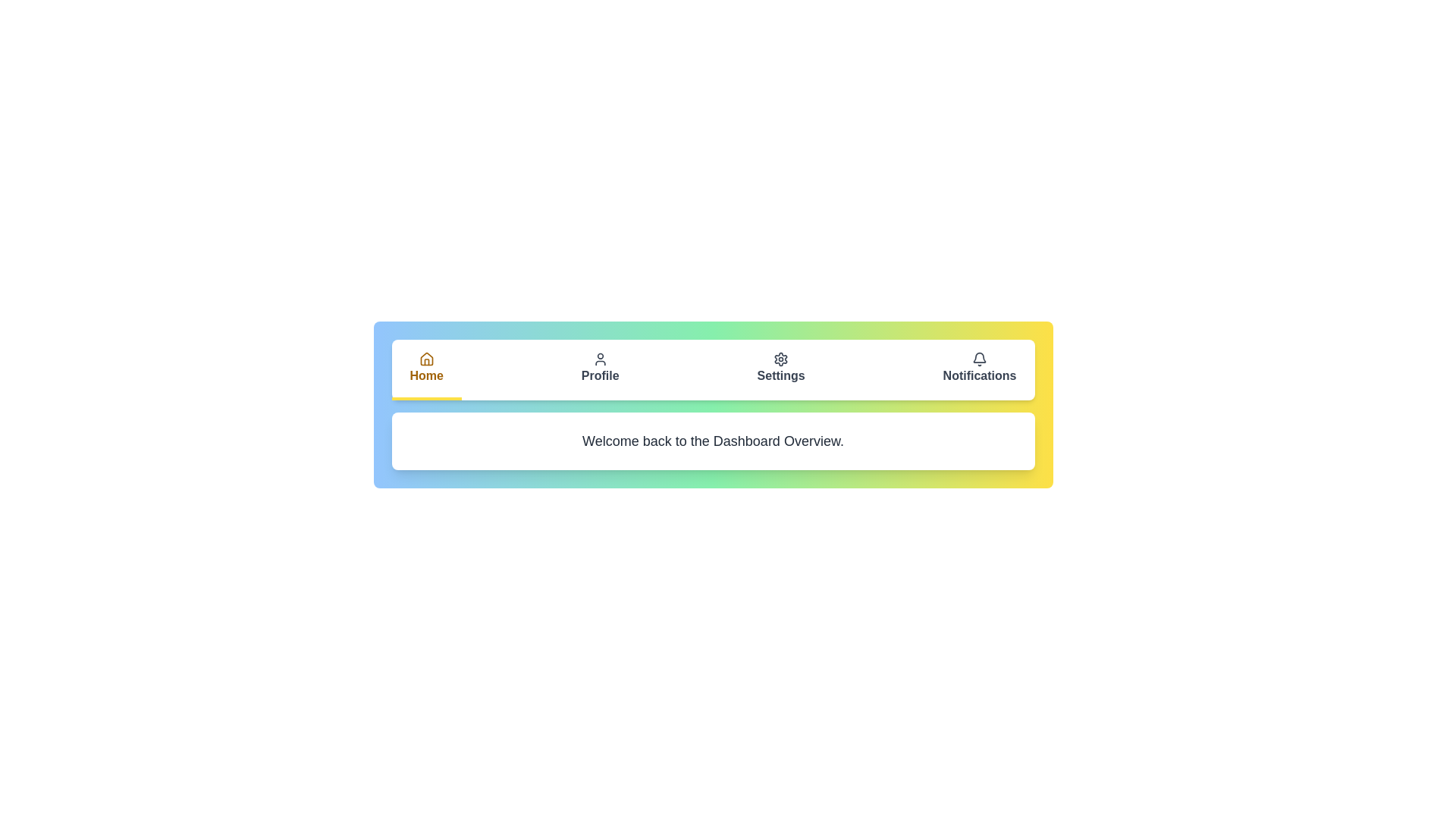  I want to click on the 'Notifications' text label in the navigation bar, so click(979, 375).